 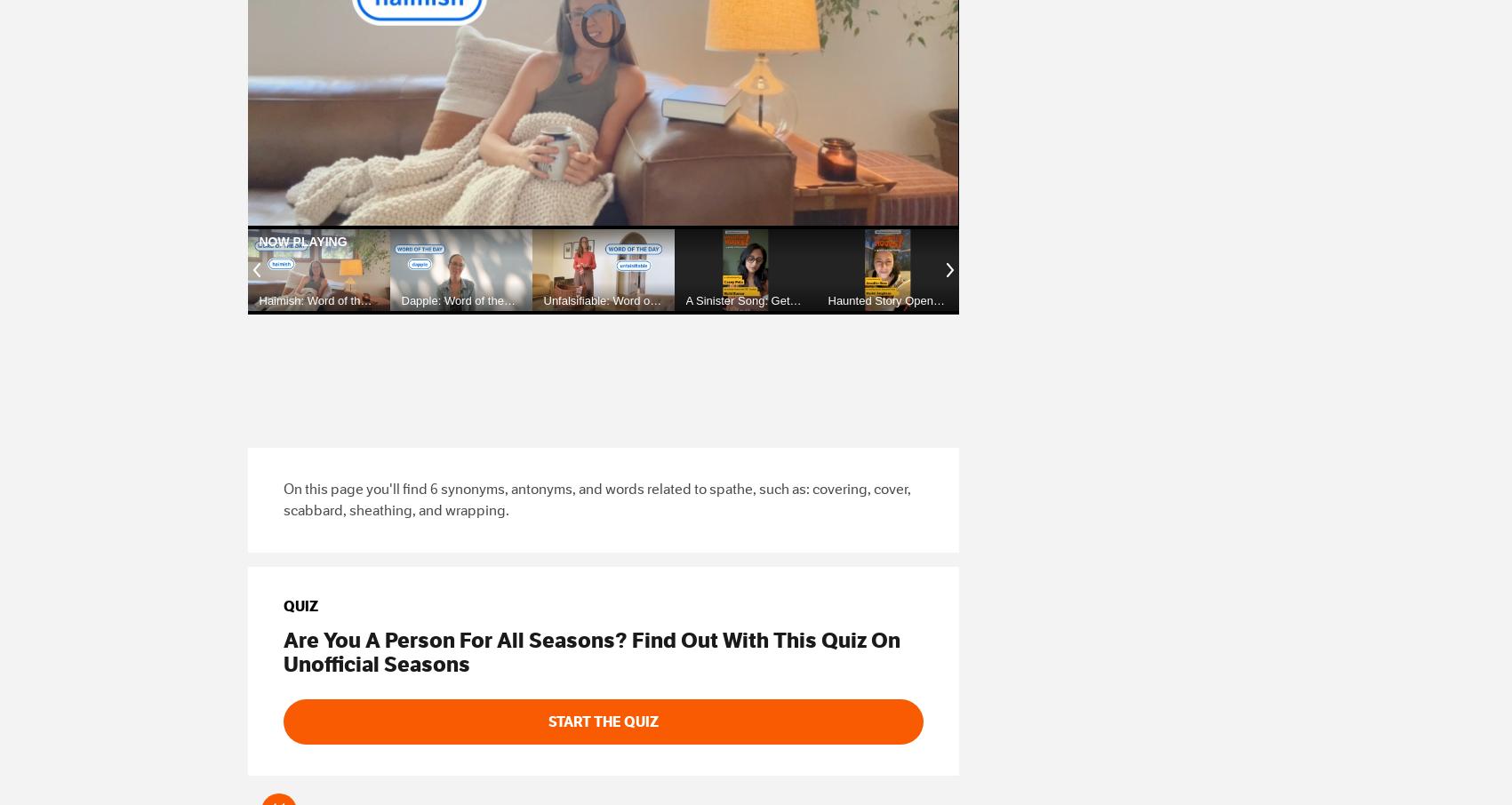 I want to click on 'Haunted Story Opener: A Boy Band Boo!', so click(x=826, y=307).